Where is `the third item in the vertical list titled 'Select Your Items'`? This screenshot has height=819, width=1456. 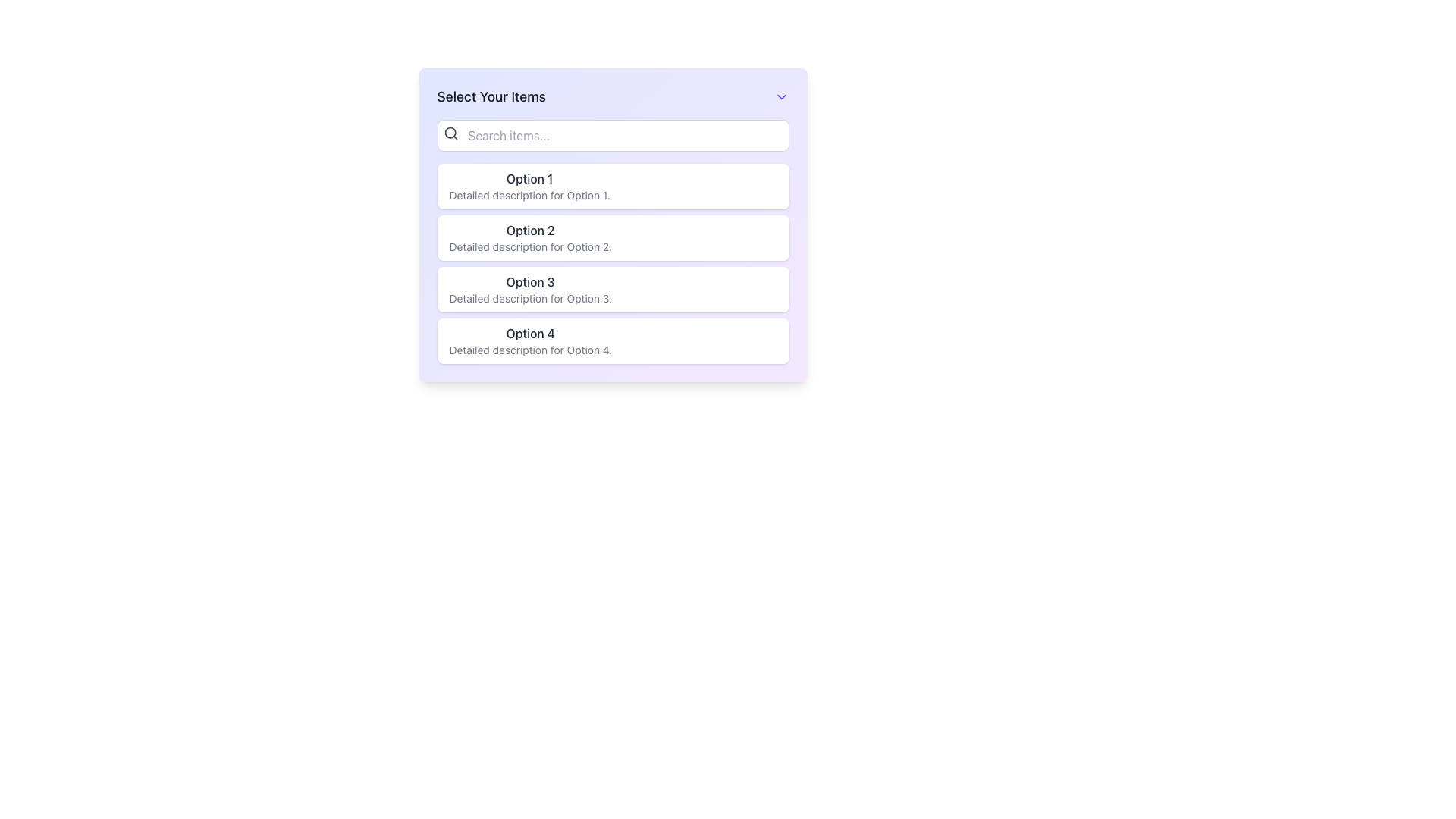
the third item in the vertical list titled 'Select Your Items' is located at coordinates (613, 289).